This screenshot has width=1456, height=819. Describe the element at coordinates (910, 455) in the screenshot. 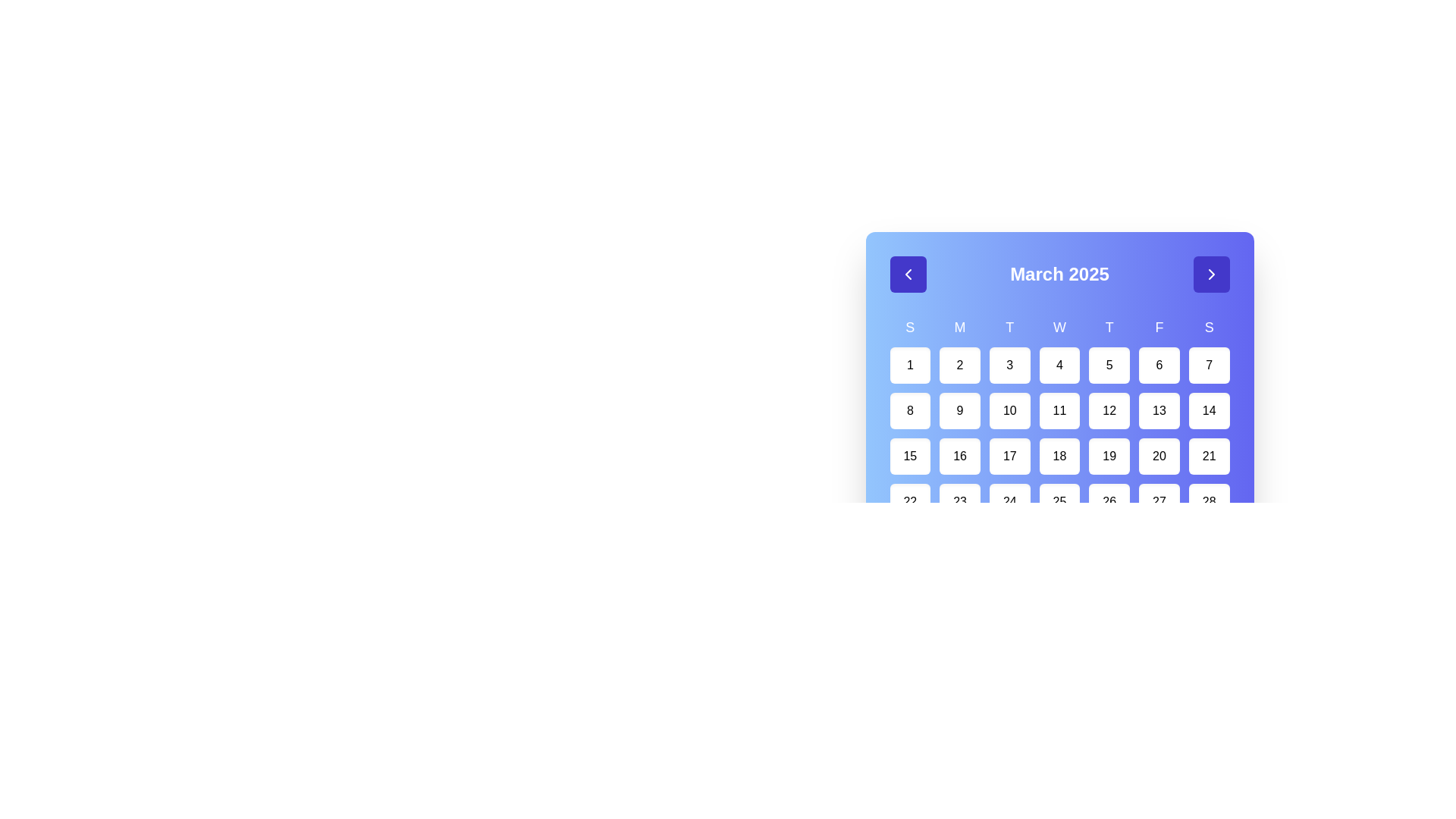

I see `the square calendar cell displaying the number '15'` at that location.